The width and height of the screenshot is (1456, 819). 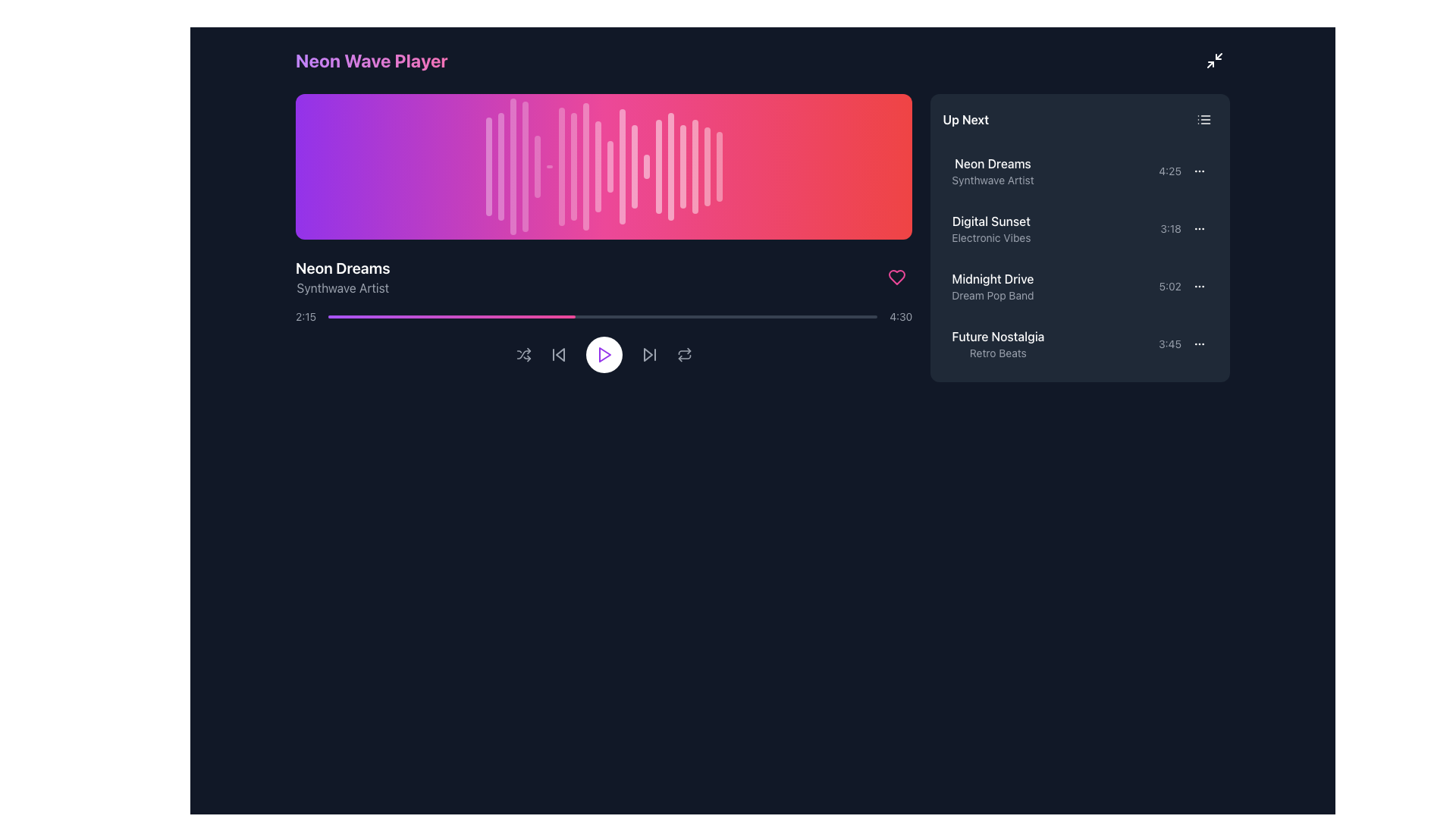 What do you see at coordinates (372, 60) in the screenshot?
I see `the text label that serves as the title 'Neon Wave Player', positioned at the top-left corner of the interface` at bounding box center [372, 60].